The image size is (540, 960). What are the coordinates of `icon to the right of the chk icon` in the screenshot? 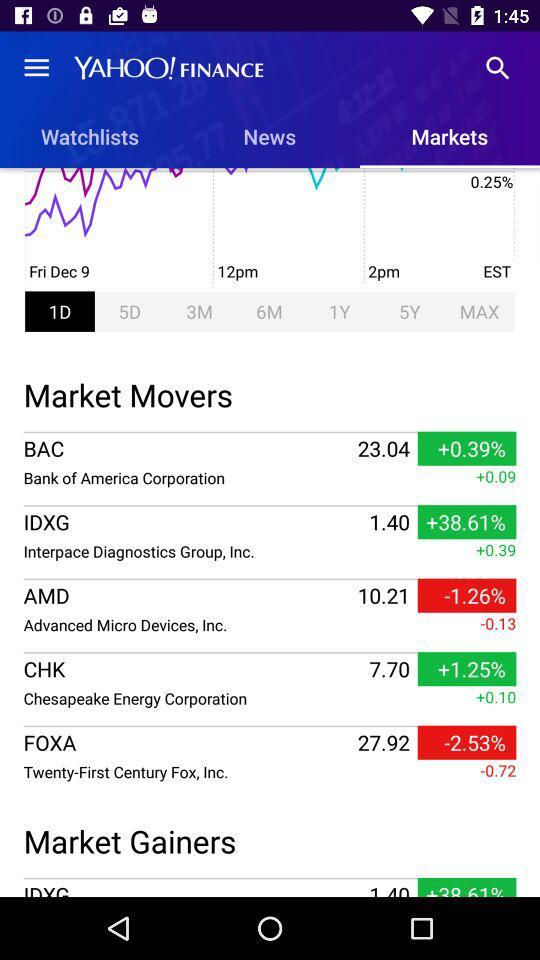 It's located at (389, 669).